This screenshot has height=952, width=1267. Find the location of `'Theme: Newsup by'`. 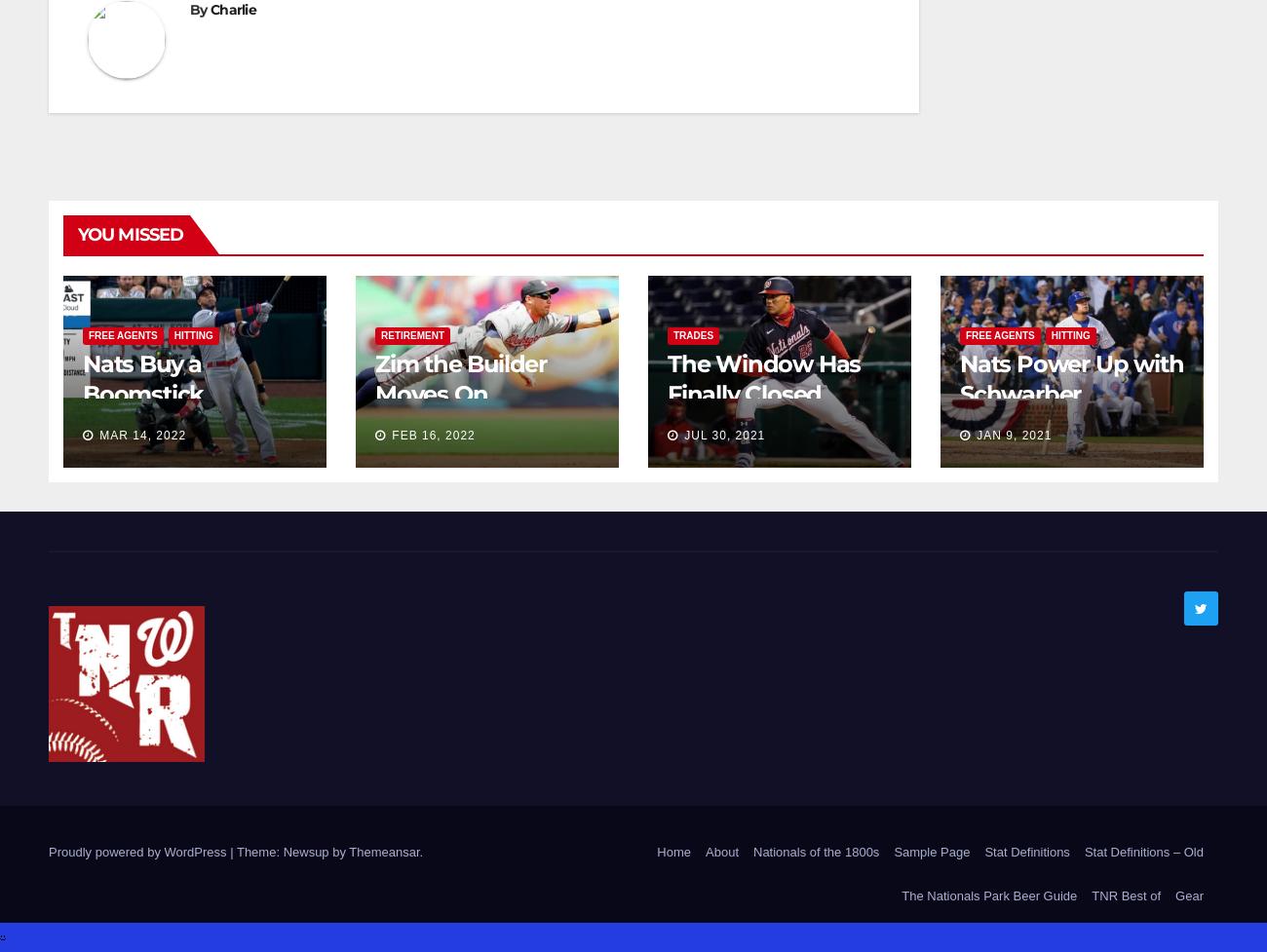

'Theme: Newsup by' is located at coordinates (292, 851).